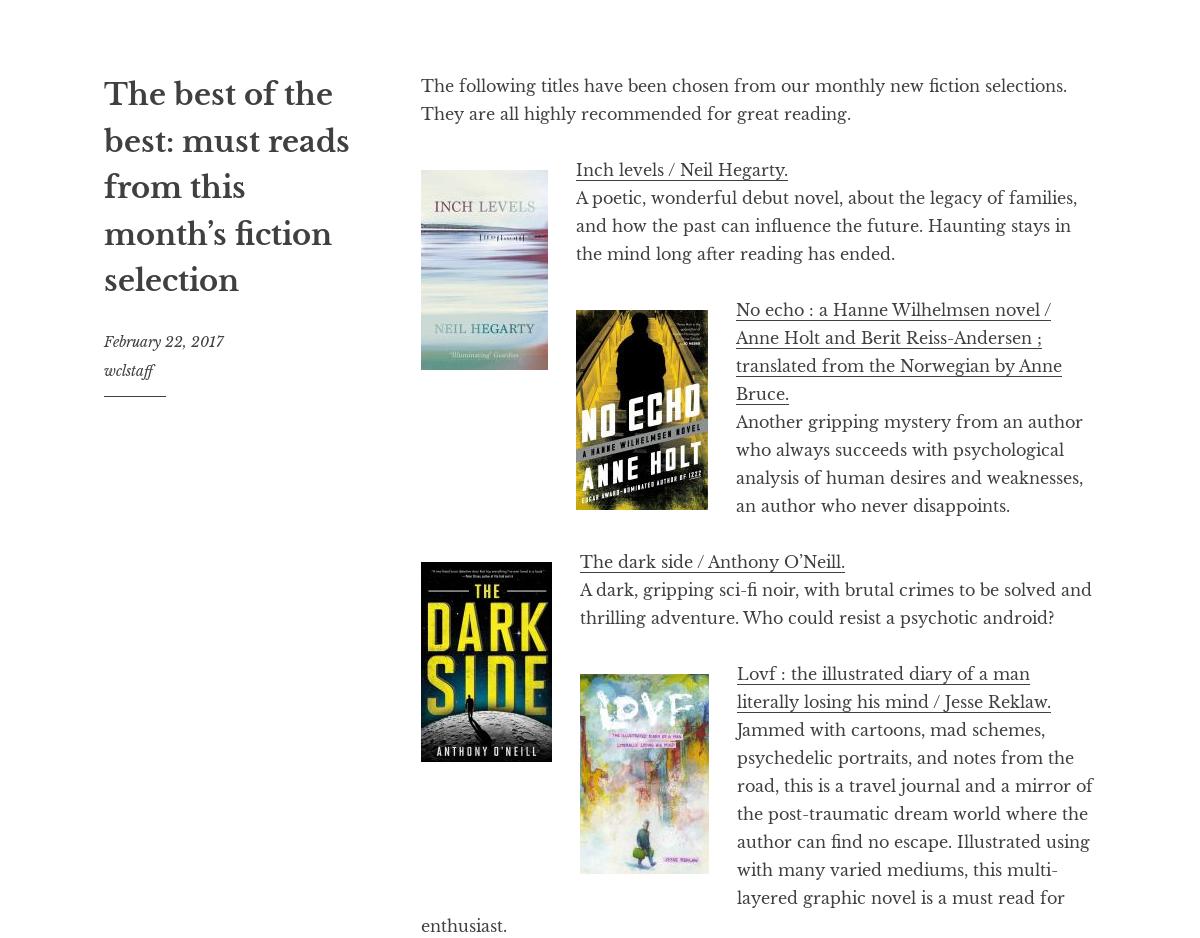 The width and height of the screenshot is (1200, 938). I want to click on 'The best of the best: must reads from this month’s fiction selection', so click(226, 186).